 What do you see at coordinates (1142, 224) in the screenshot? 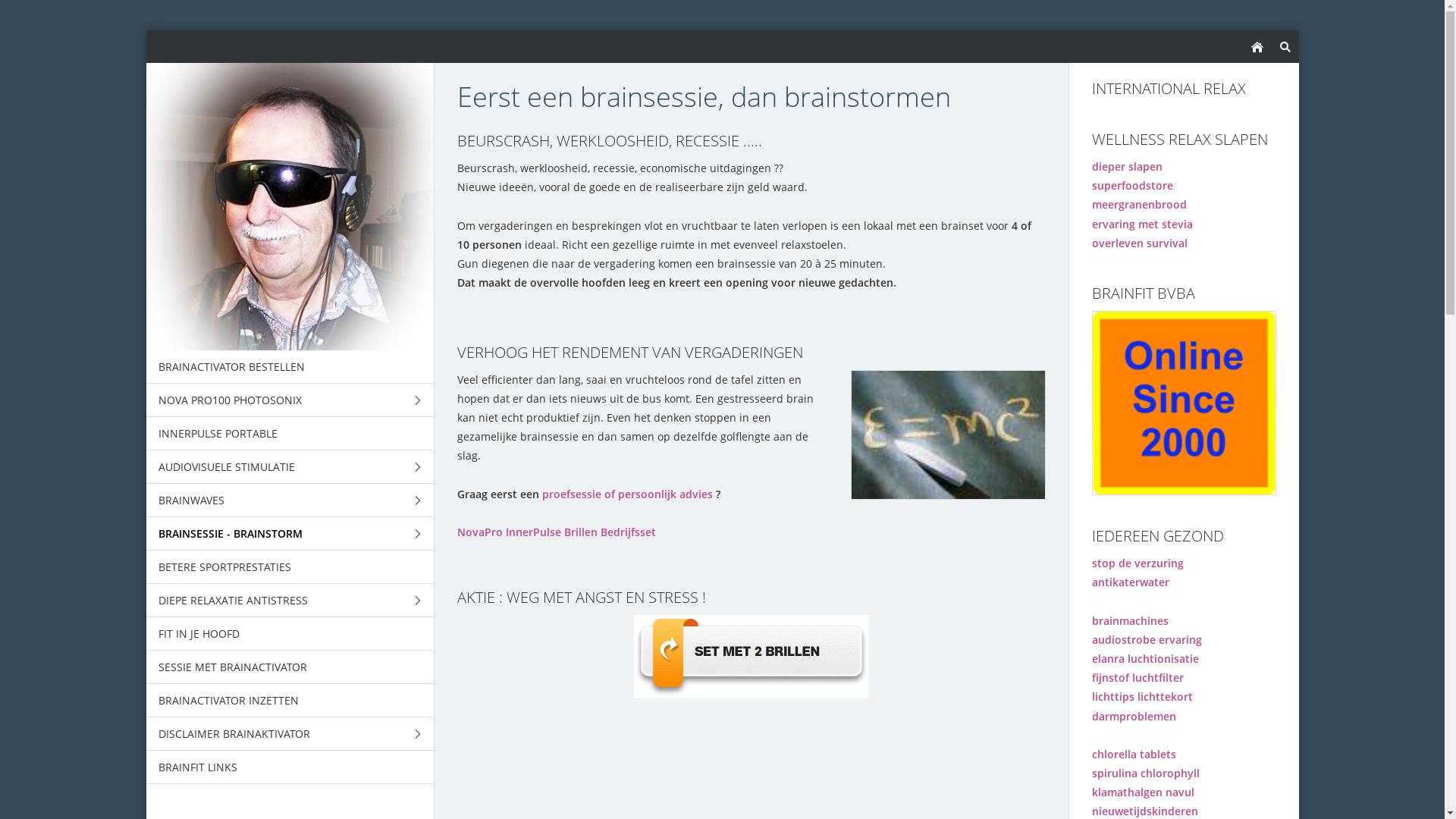
I see `'ervaring met stevia'` at bounding box center [1142, 224].